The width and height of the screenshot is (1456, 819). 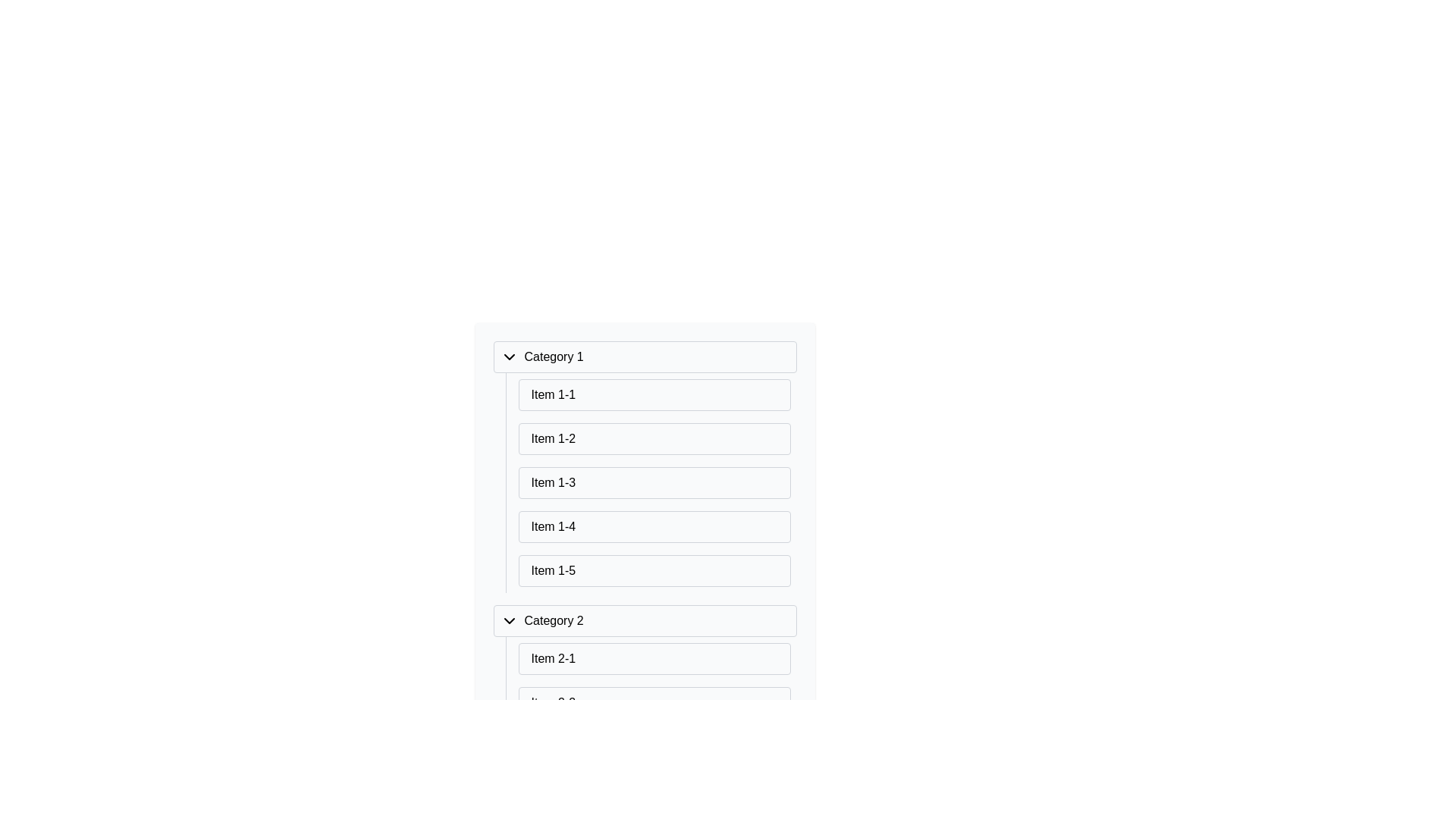 What do you see at coordinates (645, 356) in the screenshot?
I see `the Collapsible section header labeled 'Category 1'` at bounding box center [645, 356].